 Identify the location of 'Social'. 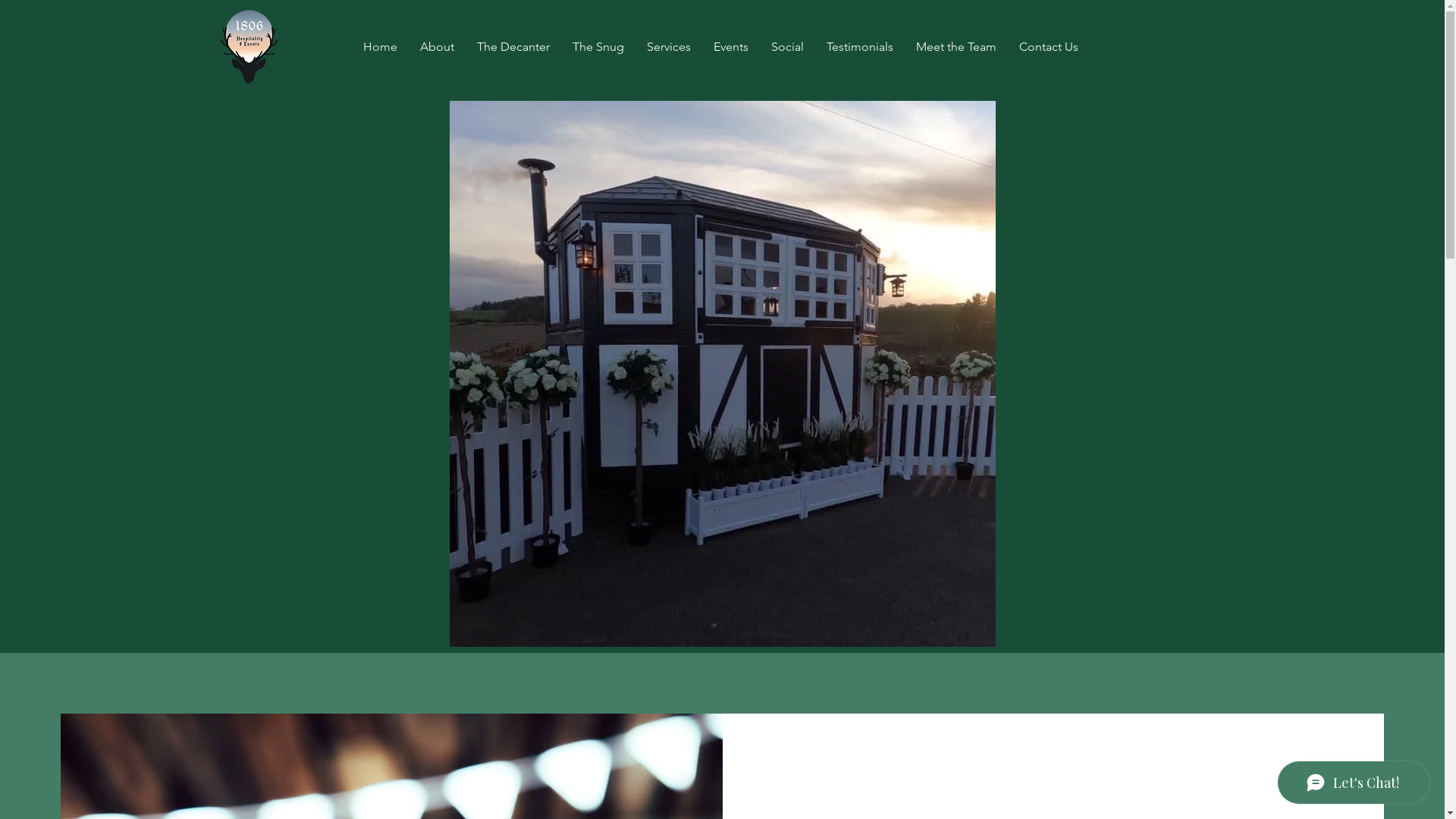
(787, 45).